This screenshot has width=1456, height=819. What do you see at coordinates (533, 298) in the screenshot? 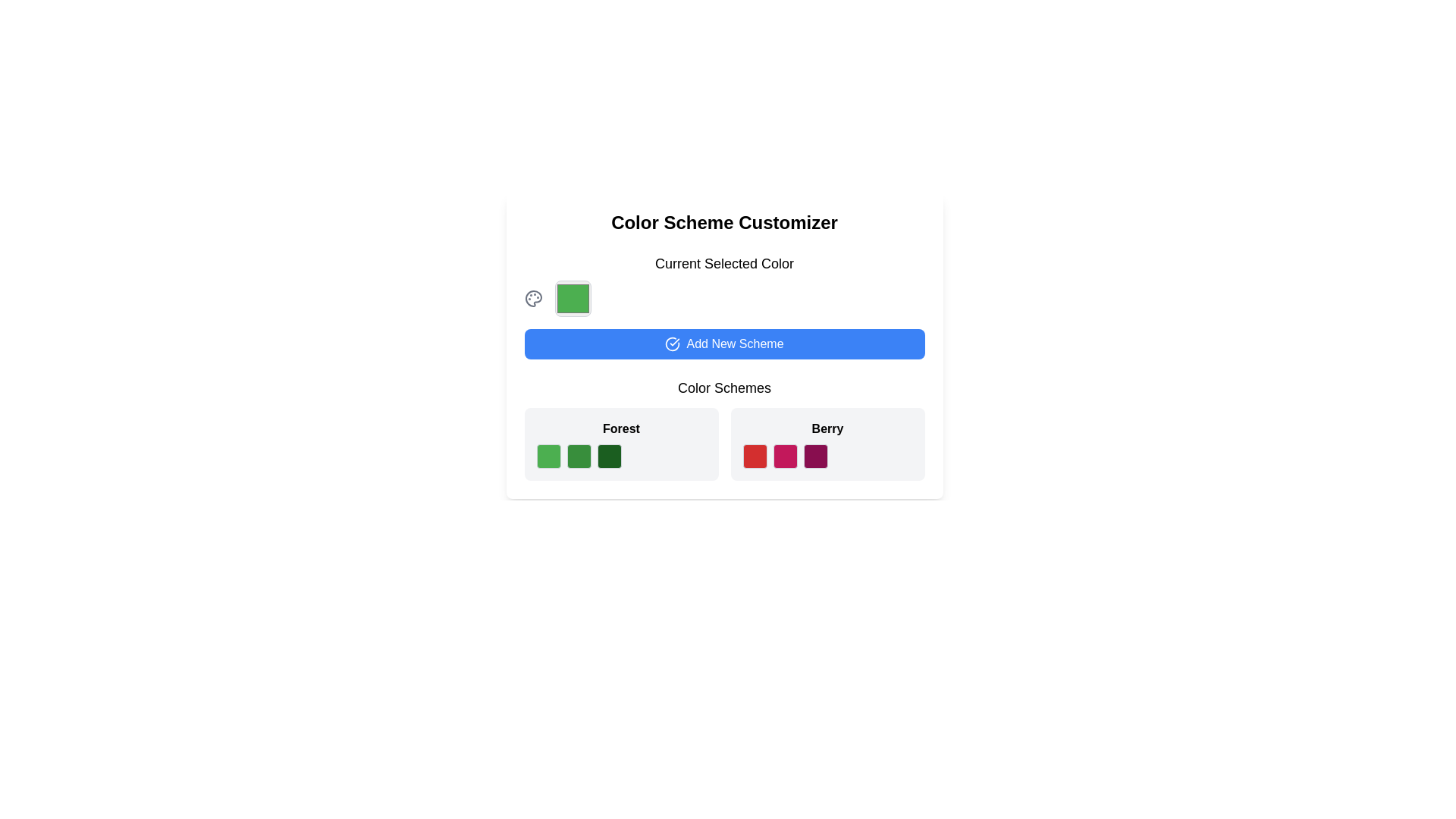
I see `the palette icon located at the top-left corner of the main panel, which serves as an identifier for customizing color schemes` at bounding box center [533, 298].